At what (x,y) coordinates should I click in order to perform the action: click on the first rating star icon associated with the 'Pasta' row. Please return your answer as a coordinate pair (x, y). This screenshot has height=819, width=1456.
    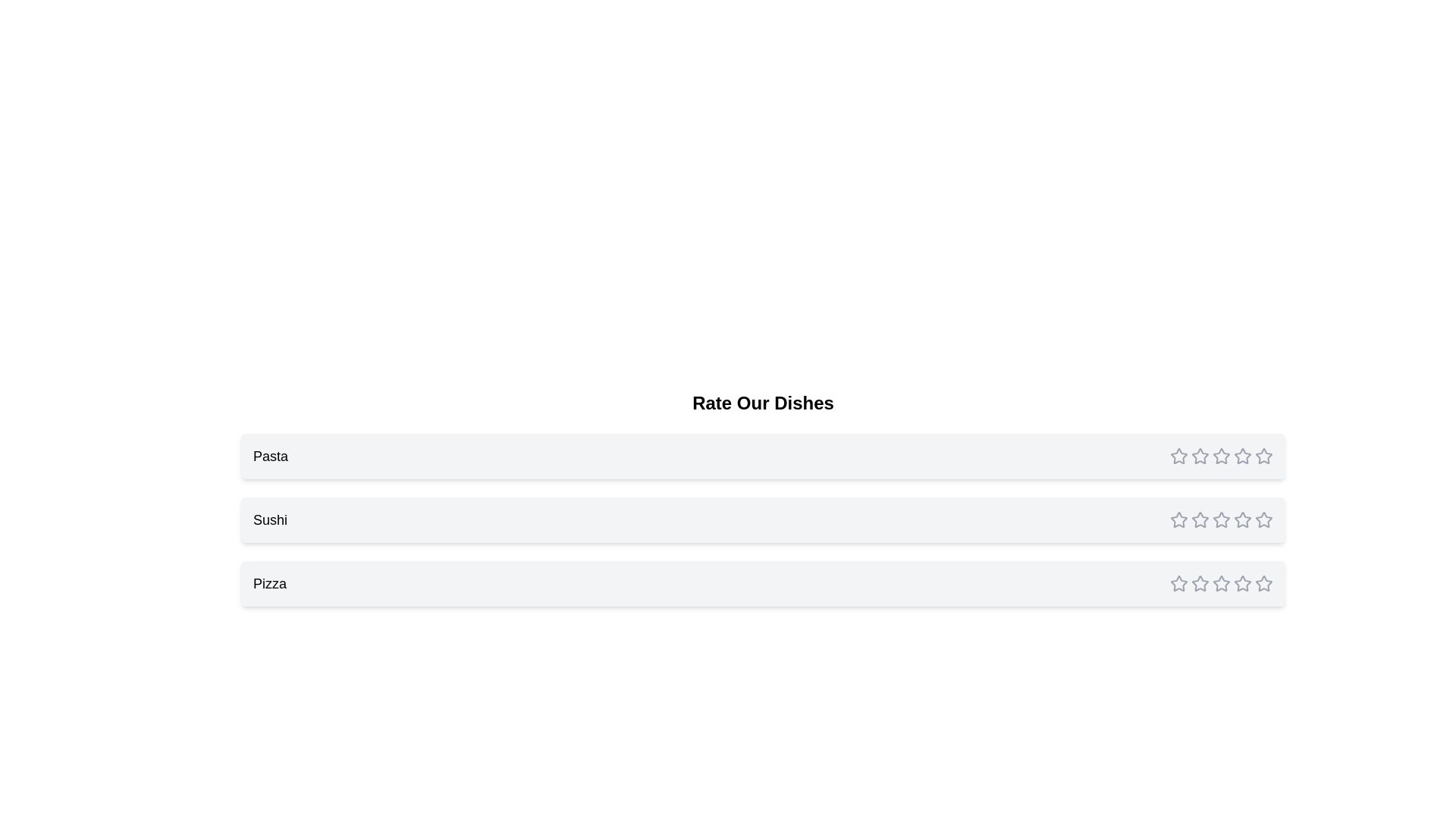
    Looking at the image, I should click on (1178, 455).